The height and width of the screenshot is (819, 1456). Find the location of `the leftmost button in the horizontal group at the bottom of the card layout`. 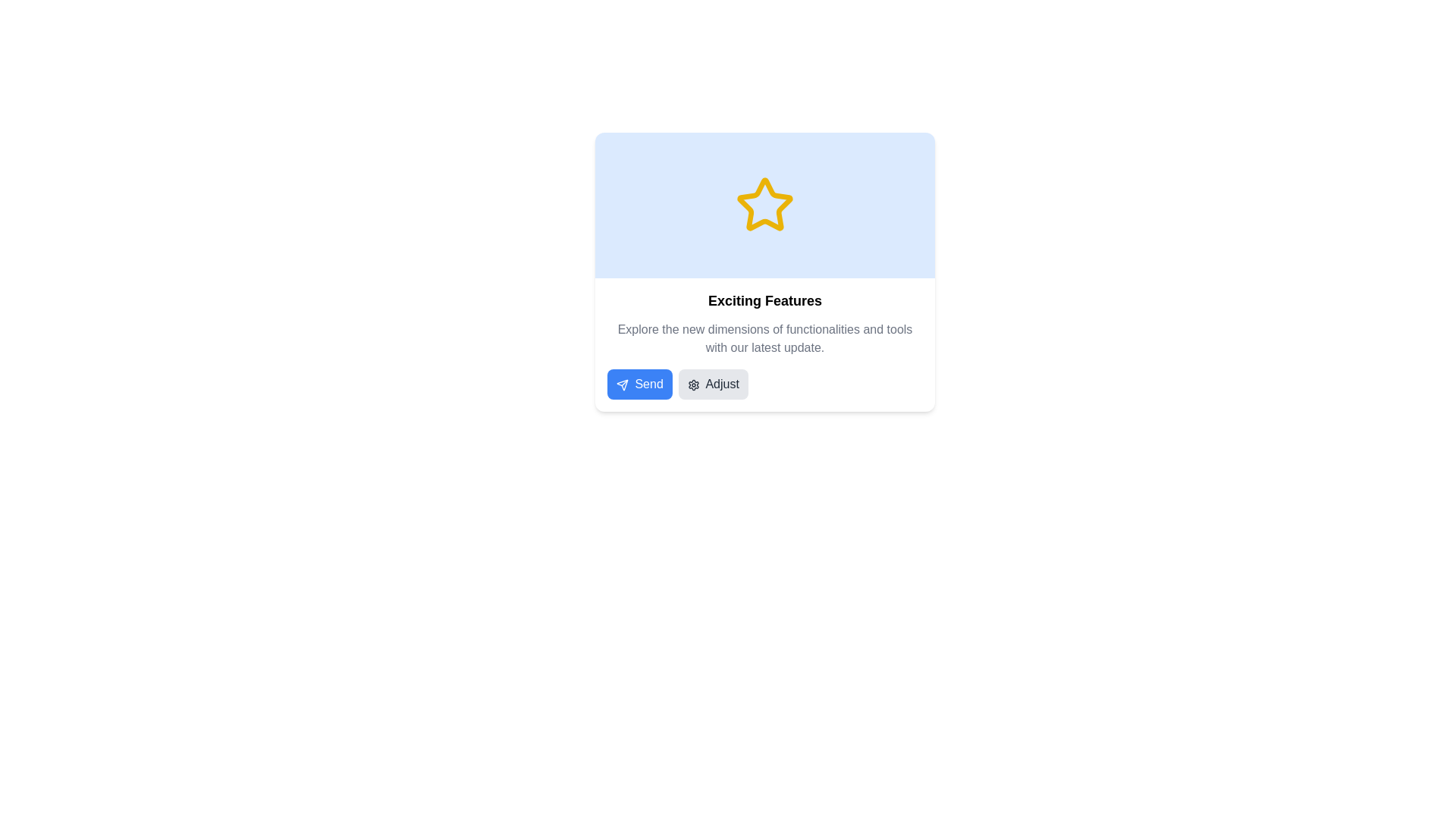

the leftmost button in the horizontal group at the bottom of the card layout is located at coordinates (639, 383).